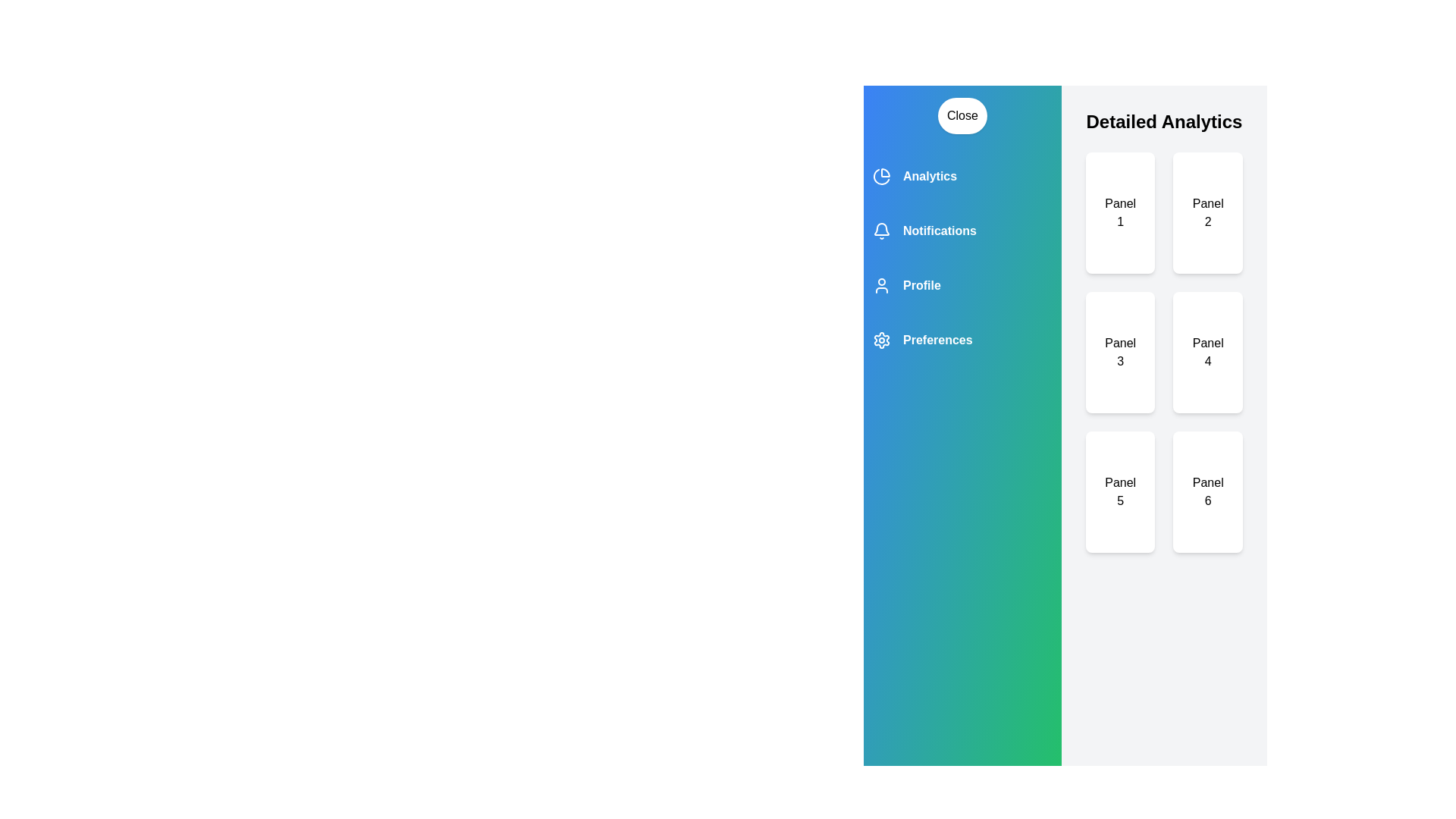  Describe the element at coordinates (962, 115) in the screenshot. I see `'Close' button to toggle the panel state` at that location.